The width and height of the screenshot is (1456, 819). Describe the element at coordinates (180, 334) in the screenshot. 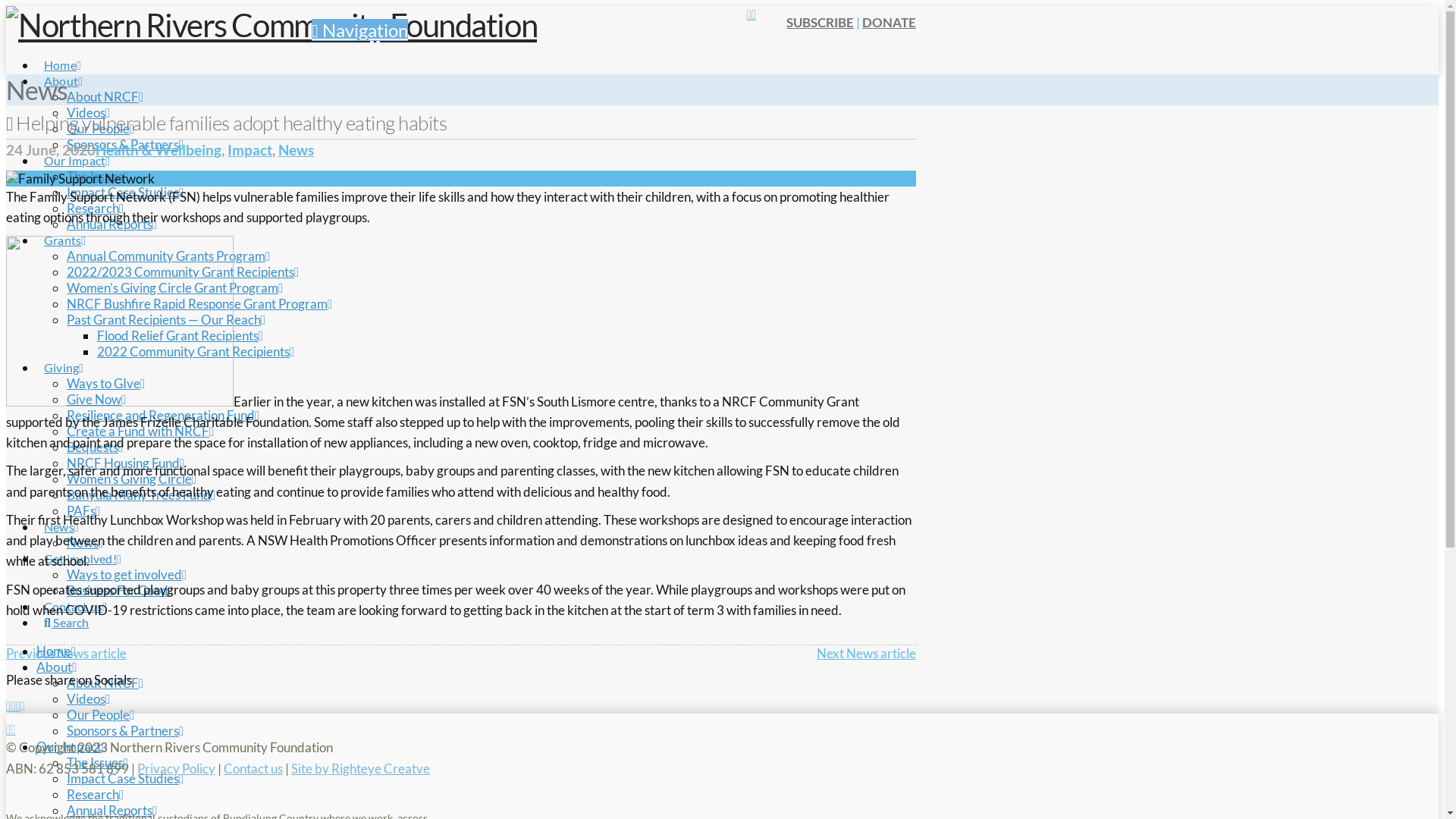

I see `'Flood Relief Grant Recipients'` at that location.